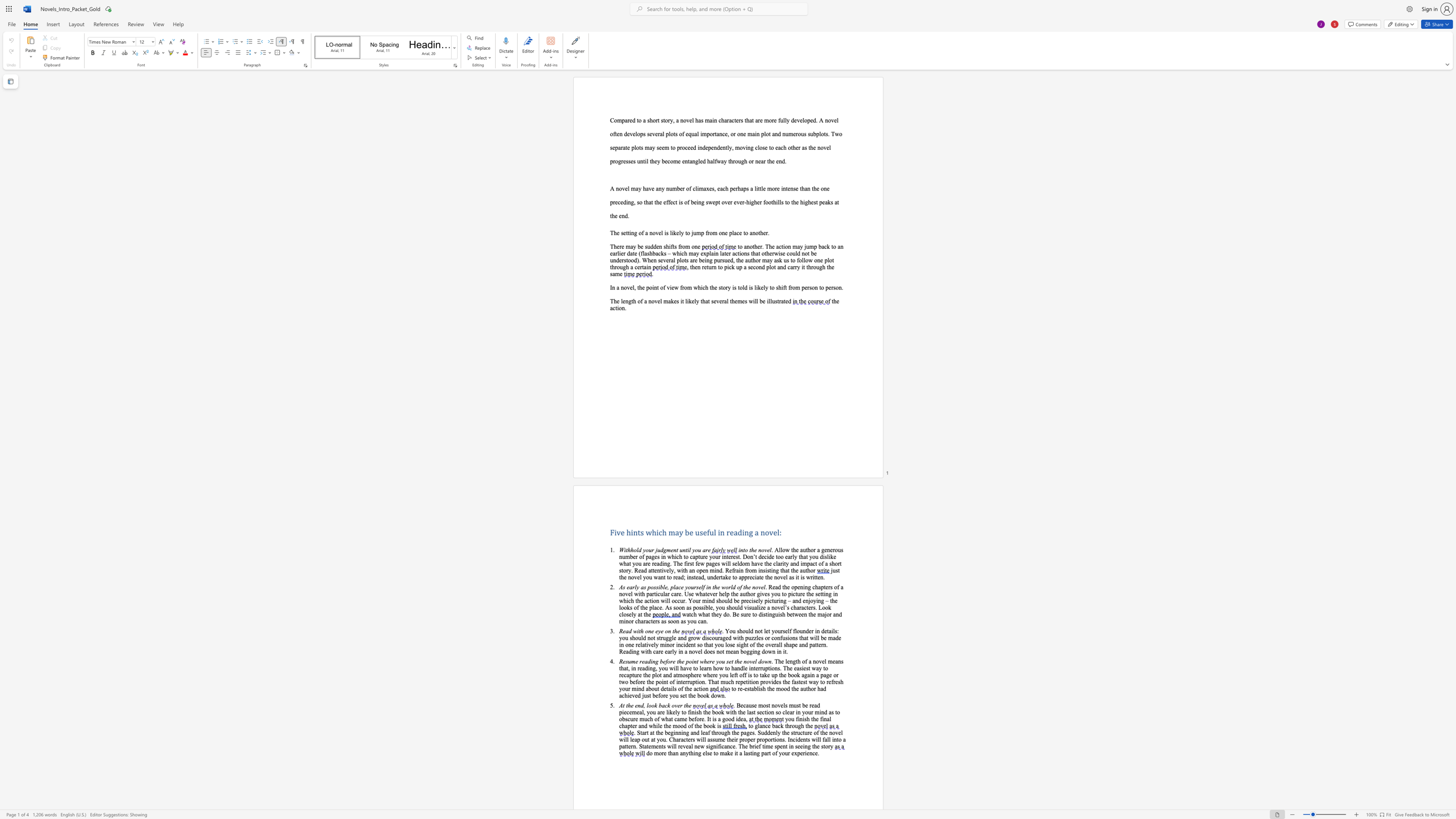 The image size is (1456, 819). I want to click on the subset text "fi" within the text "you finish the", so click(795, 718).